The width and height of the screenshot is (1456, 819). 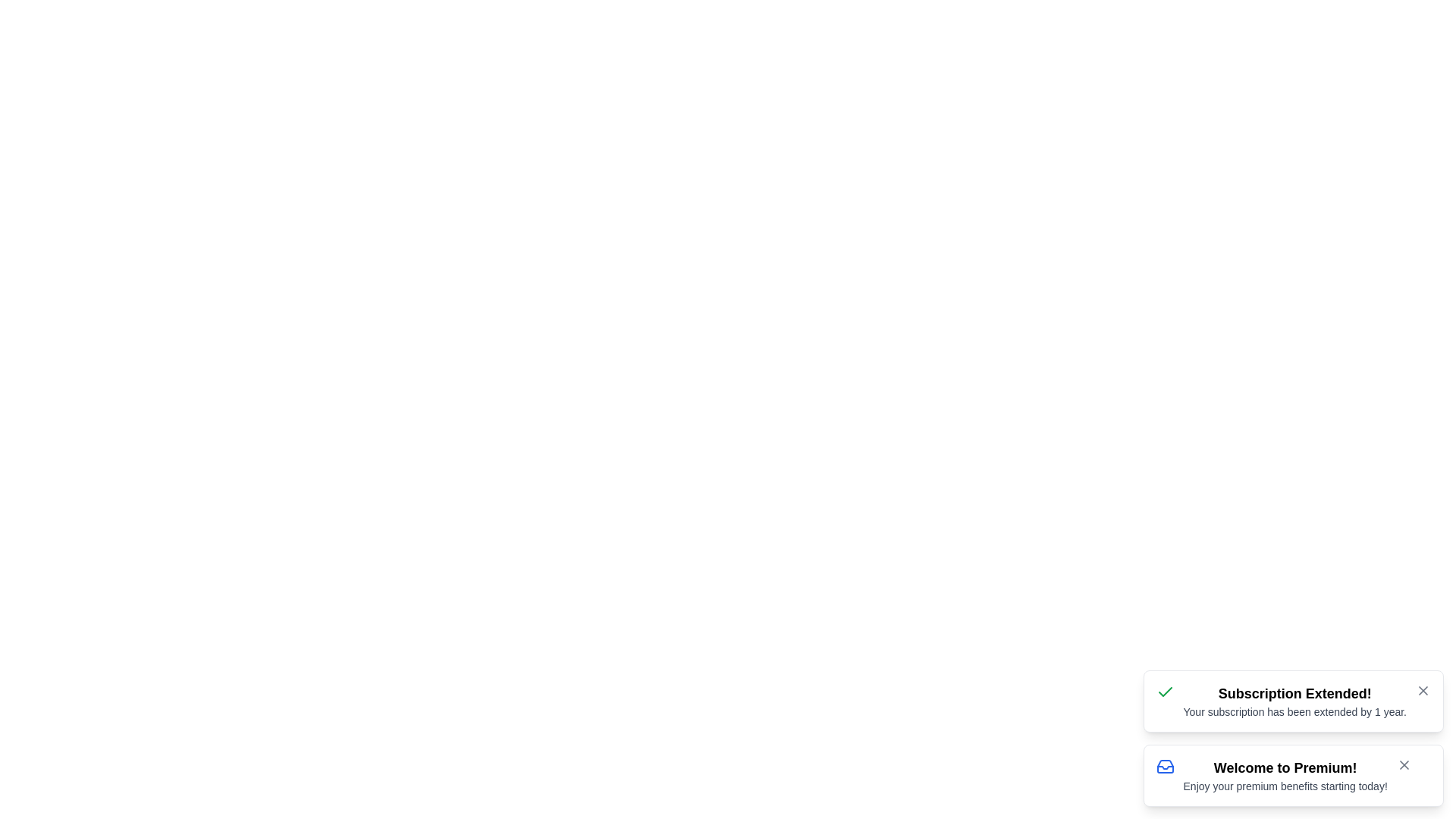 What do you see at coordinates (1291, 701) in the screenshot?
I see `the notification to view its details` at bounding box center [1291, 701].